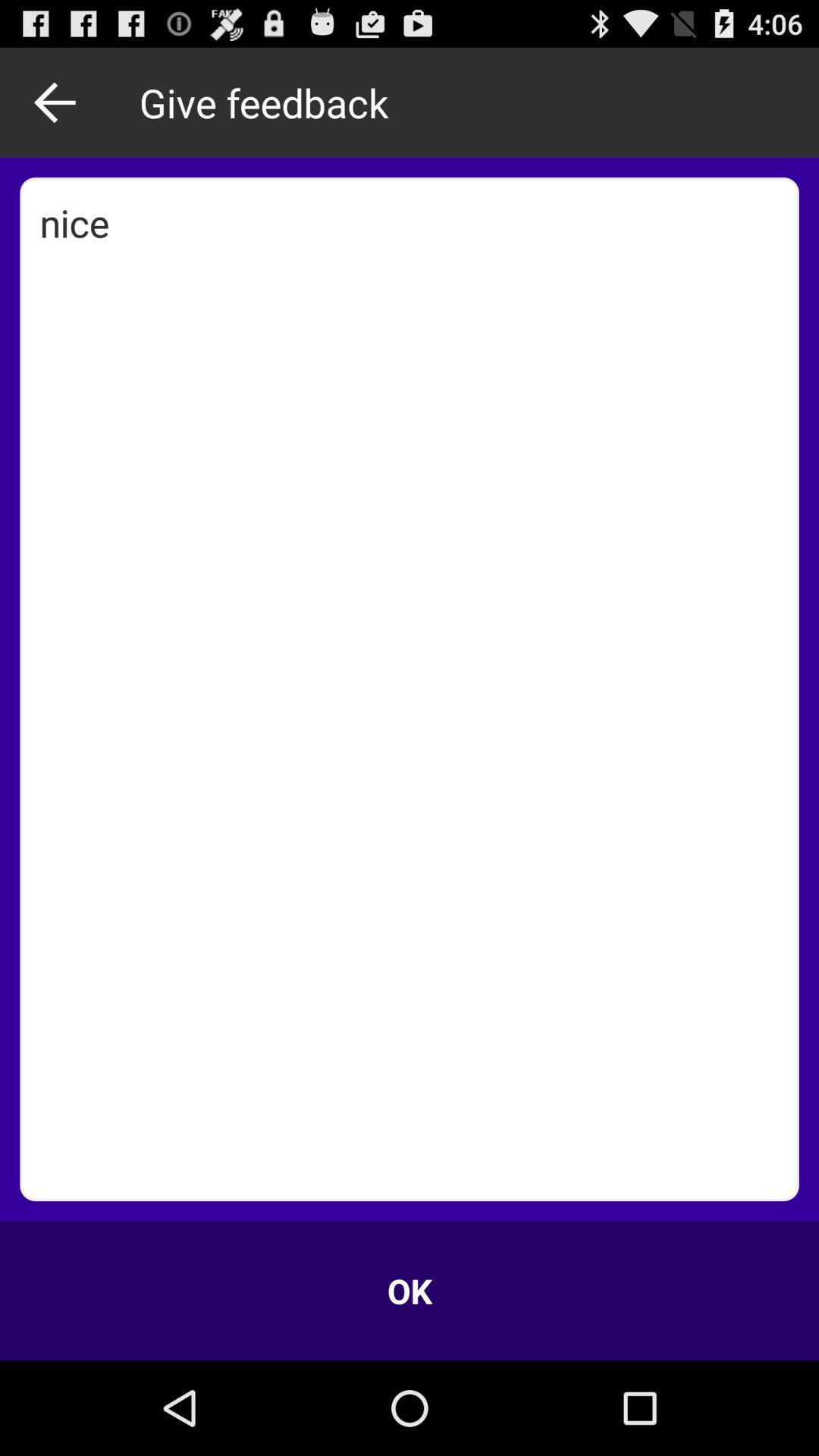 The width and height of the screenshot is (819, 1456). I want to click on the arrow_backward icon, so click(58, 108).